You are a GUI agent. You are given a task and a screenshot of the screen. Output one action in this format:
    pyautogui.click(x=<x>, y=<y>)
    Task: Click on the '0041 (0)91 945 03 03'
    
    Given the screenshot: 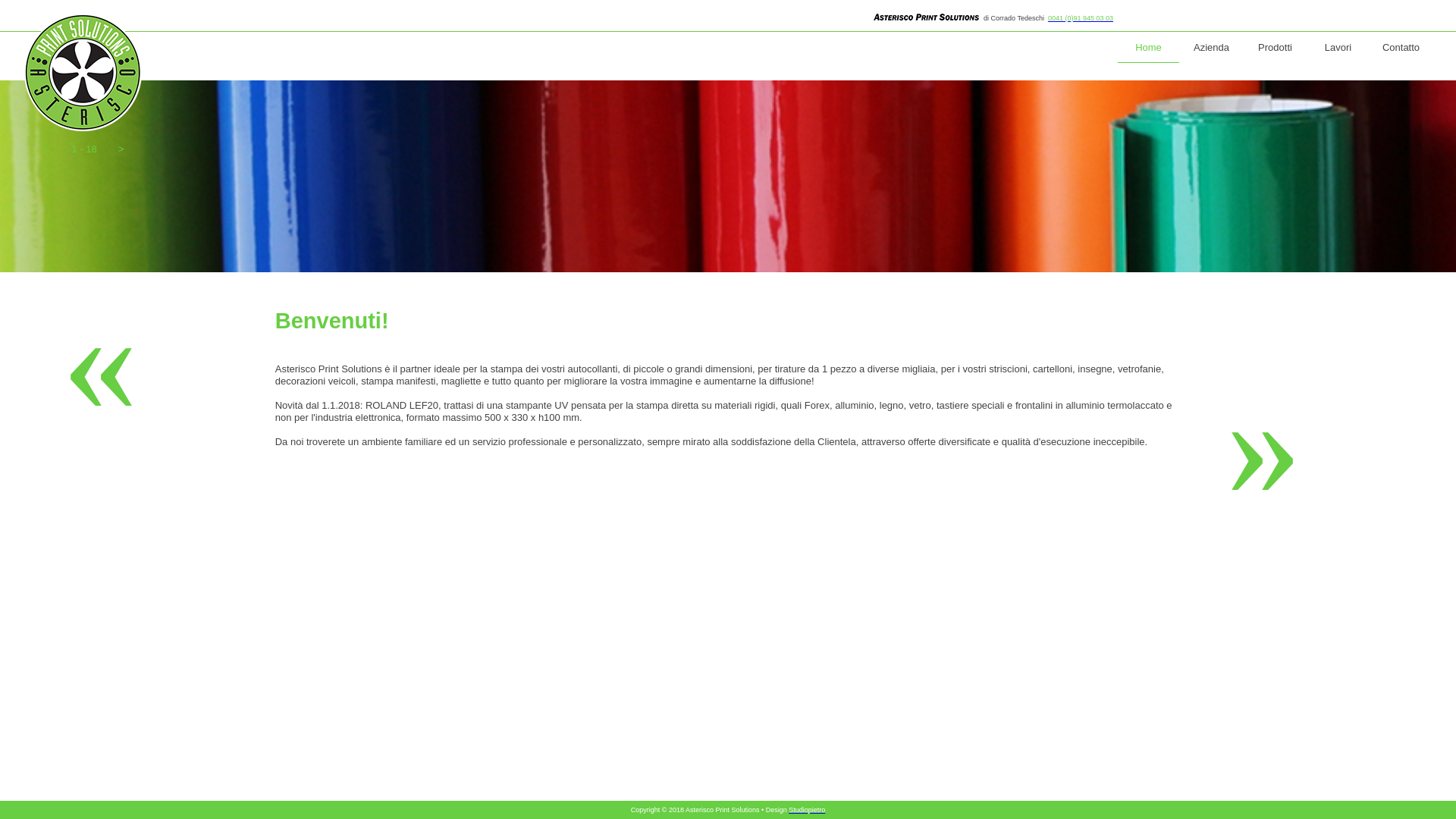 What is the action you would take?
    pyautogui.click(x=1080, y=17)
    